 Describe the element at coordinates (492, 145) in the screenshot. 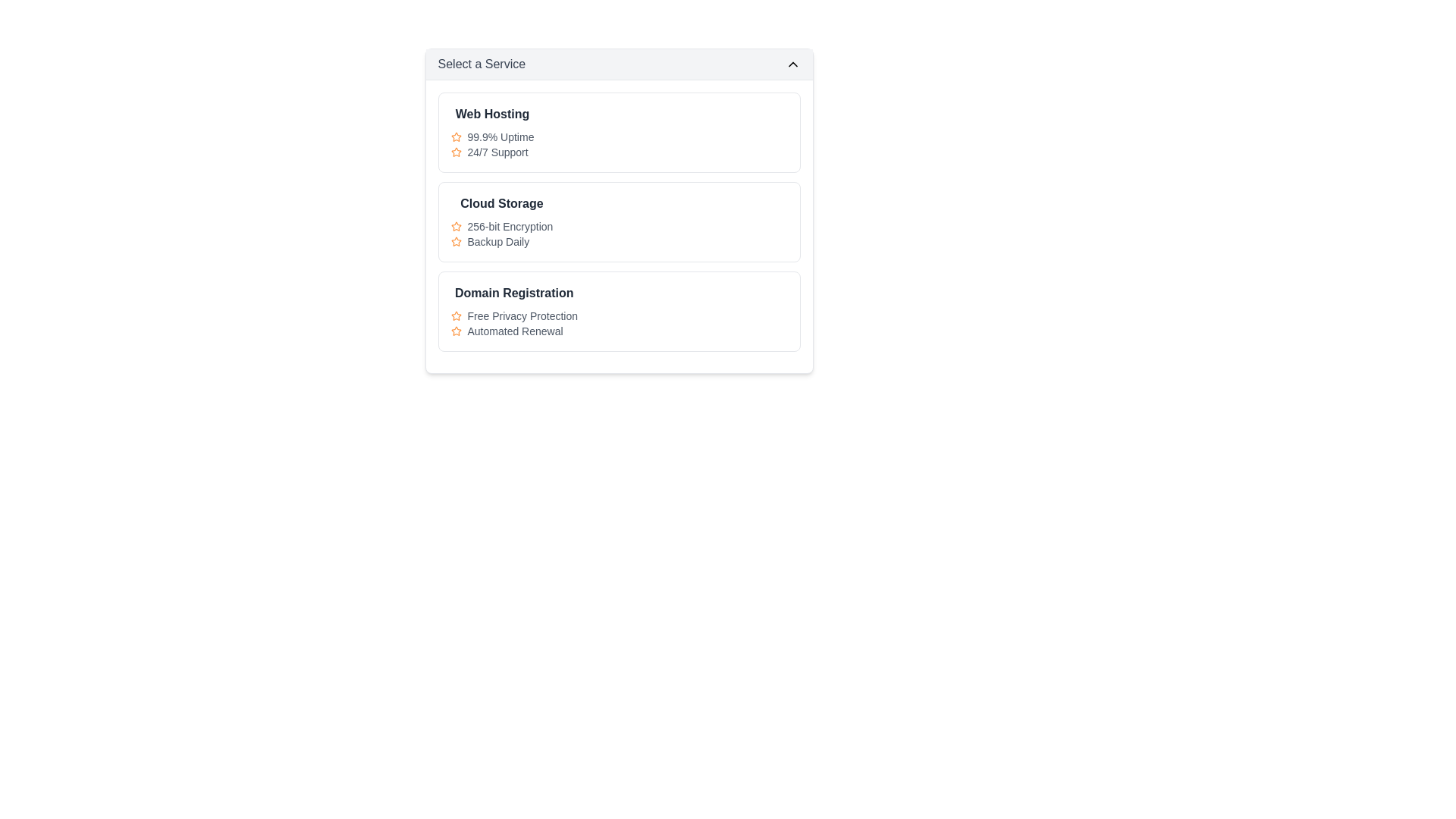

I see `descriptive text block about the 'Web Hosting' service located below the 'Web Hosting' title in the first section of the 'Select a Service' list` at that location.